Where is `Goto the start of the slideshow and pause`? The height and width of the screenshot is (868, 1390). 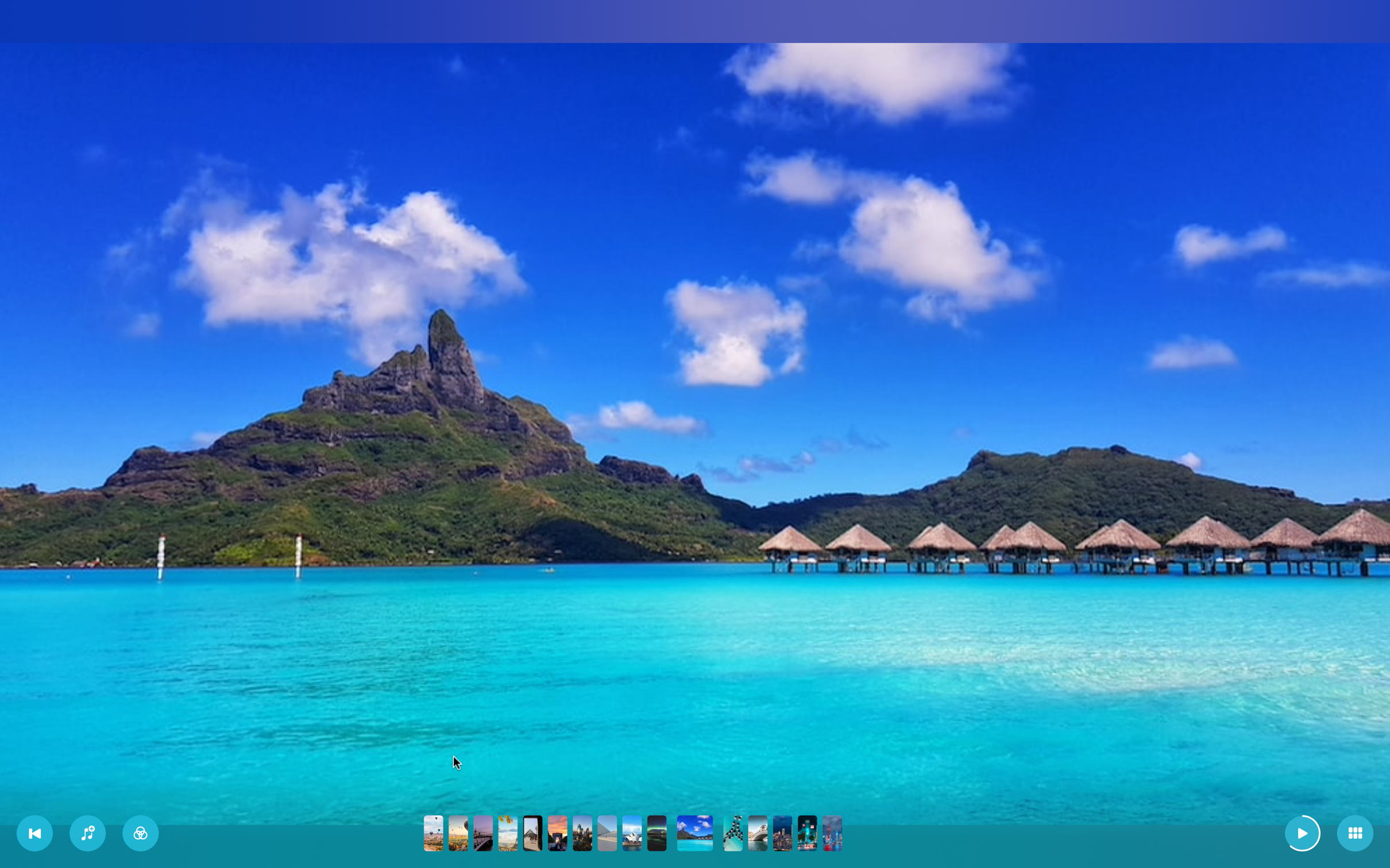 Goto the start of the slideshow and pause is located at coordinates (35, 834).